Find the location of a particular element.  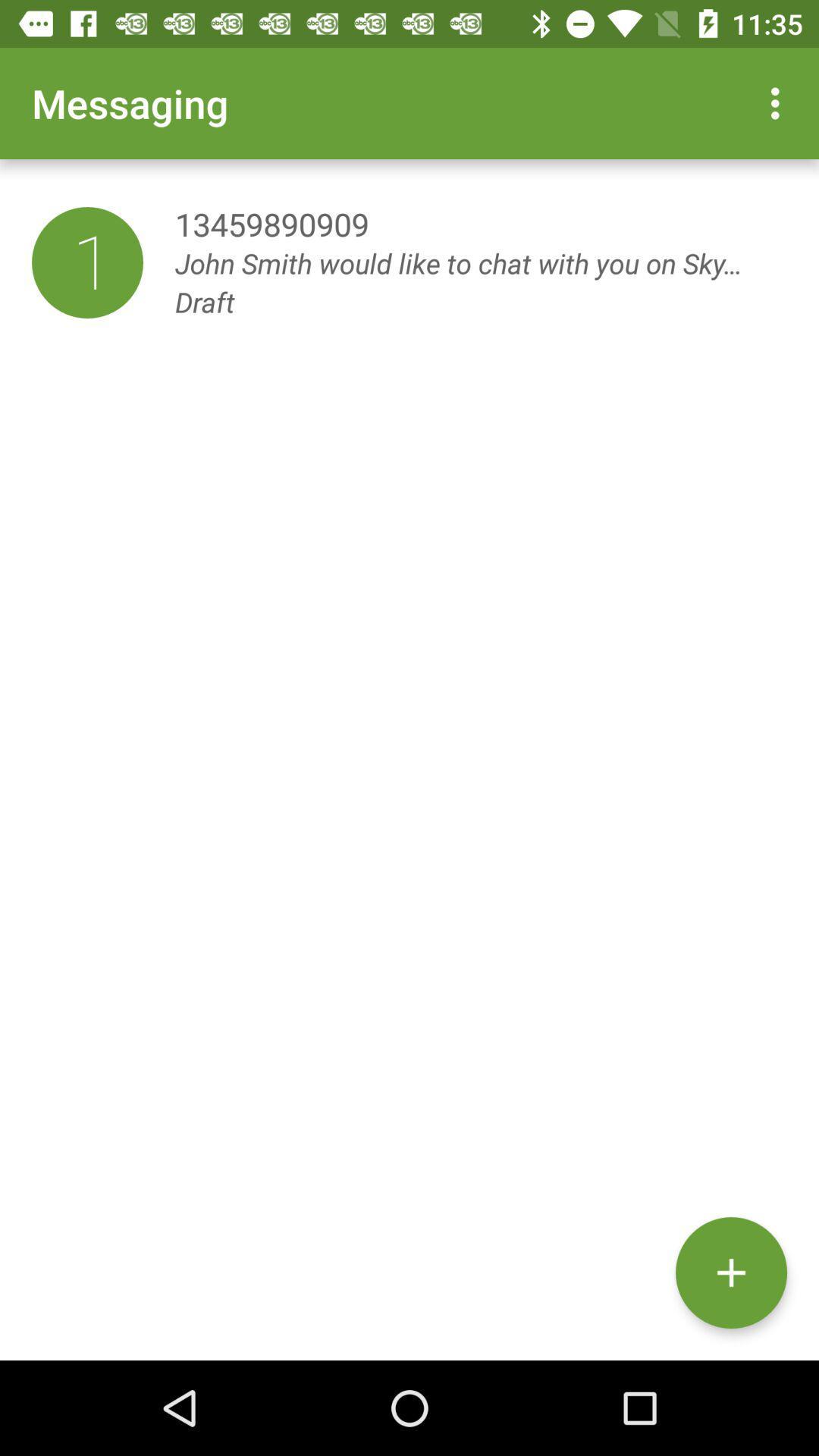

the add icon is located at coordinates (730, 1272).